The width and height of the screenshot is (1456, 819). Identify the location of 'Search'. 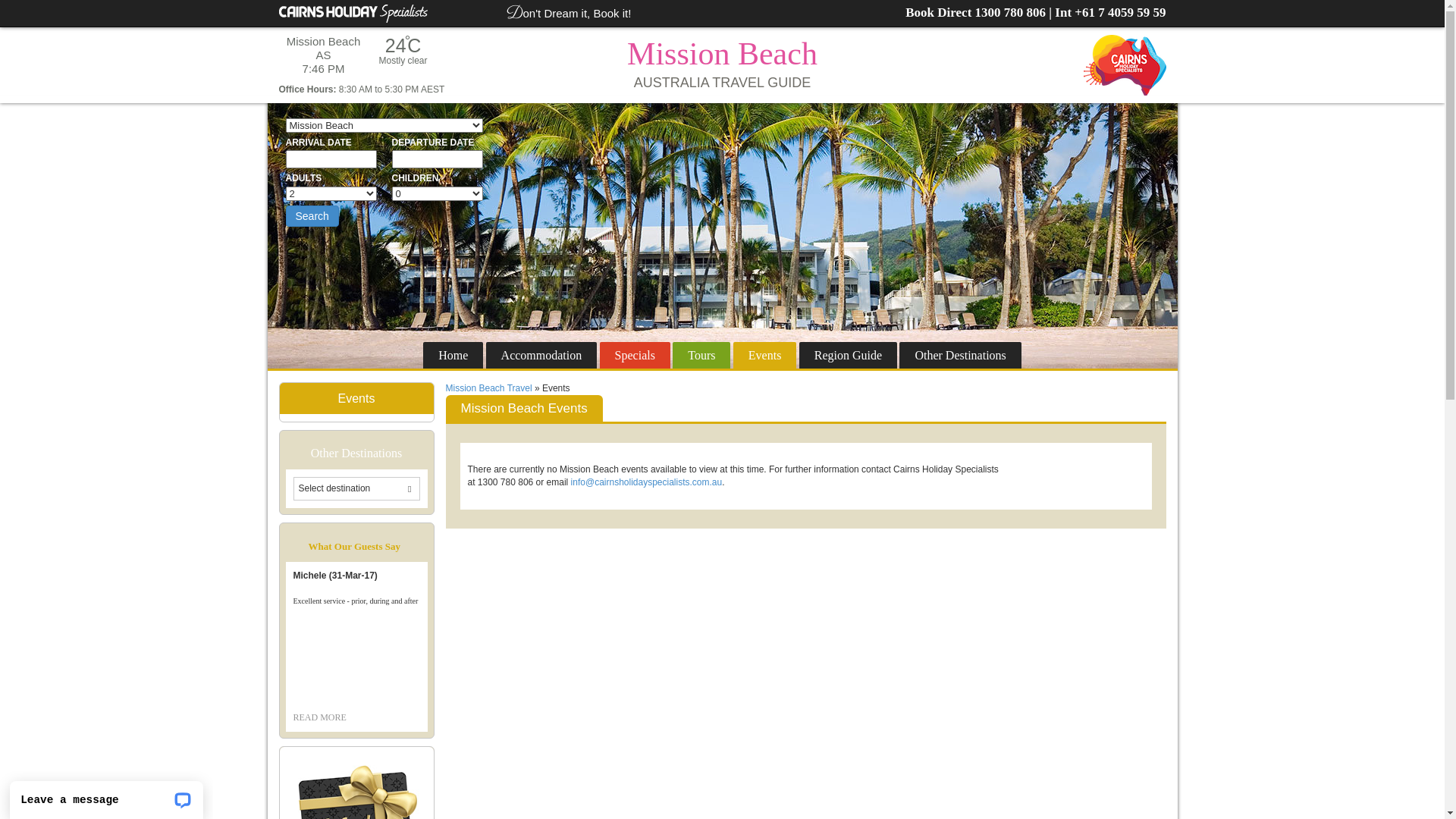
(284, 216).